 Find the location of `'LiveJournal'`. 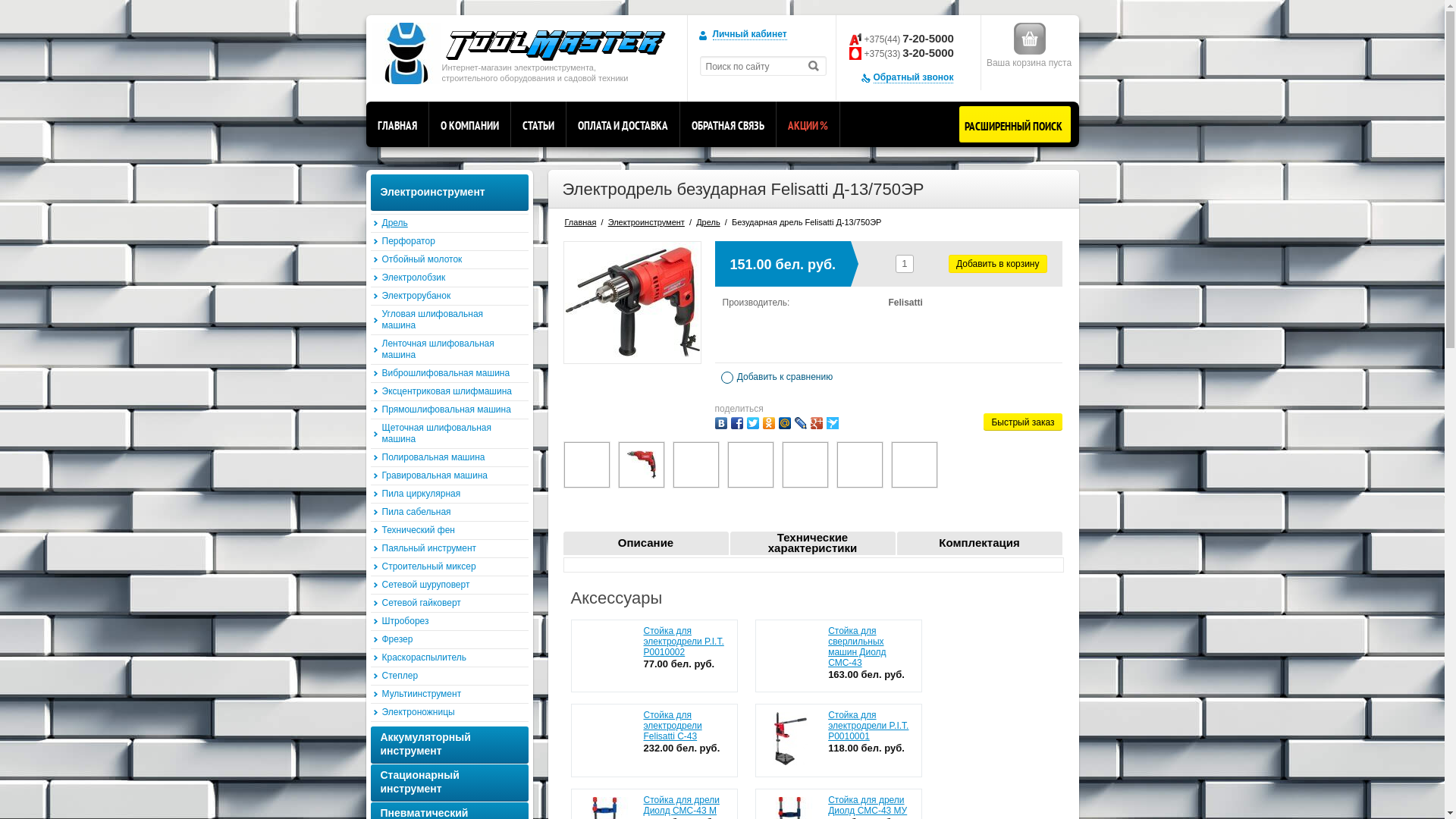

'LiveJournal' is located at coordinates (800, 423).